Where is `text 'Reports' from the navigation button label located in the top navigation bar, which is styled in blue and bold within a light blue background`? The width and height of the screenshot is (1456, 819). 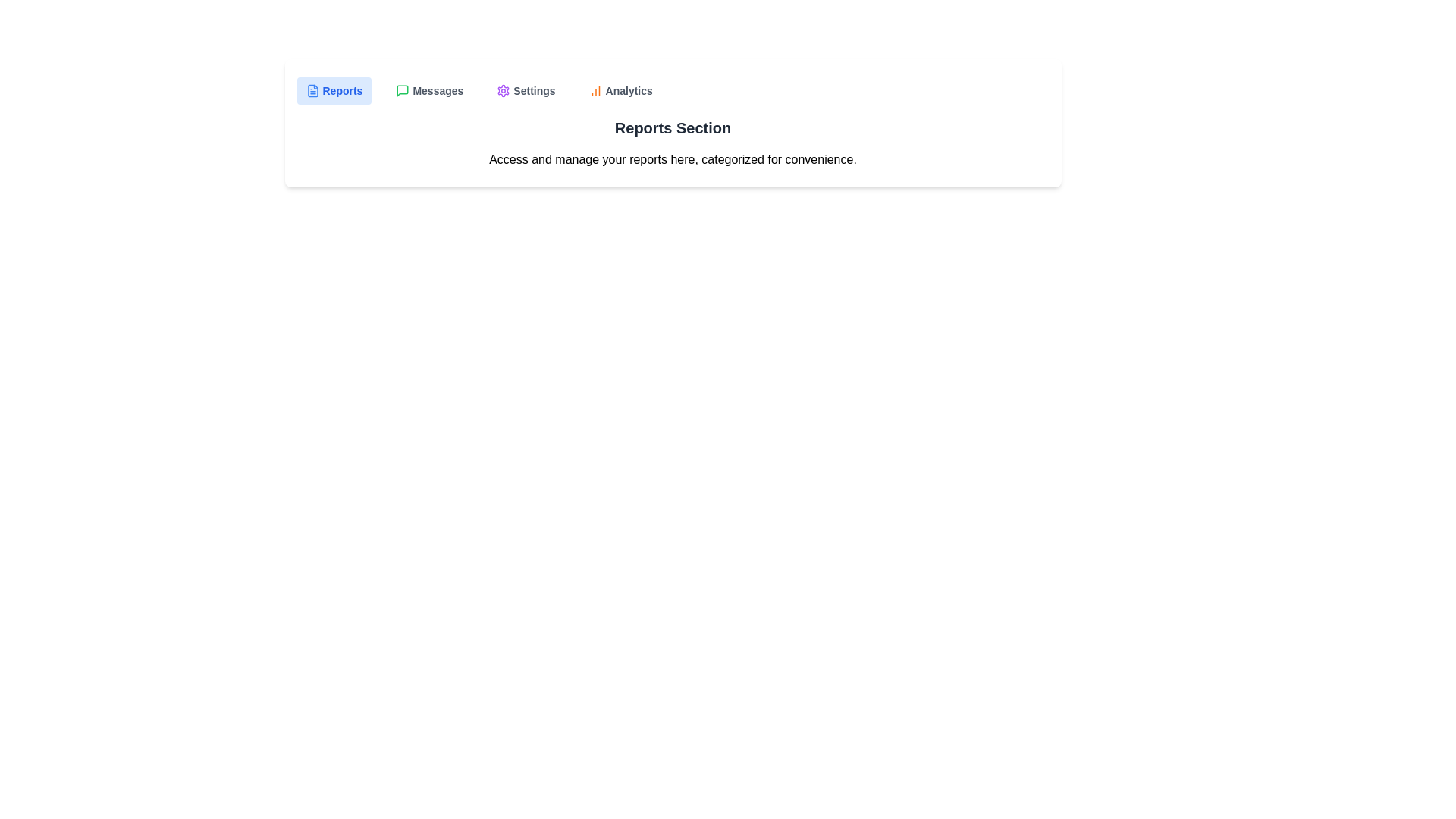
text 'Reports' from the navigation button label located in the top navigation bar, which is styled in blue and bold within a light blue background is located at coordinates (341, 90).